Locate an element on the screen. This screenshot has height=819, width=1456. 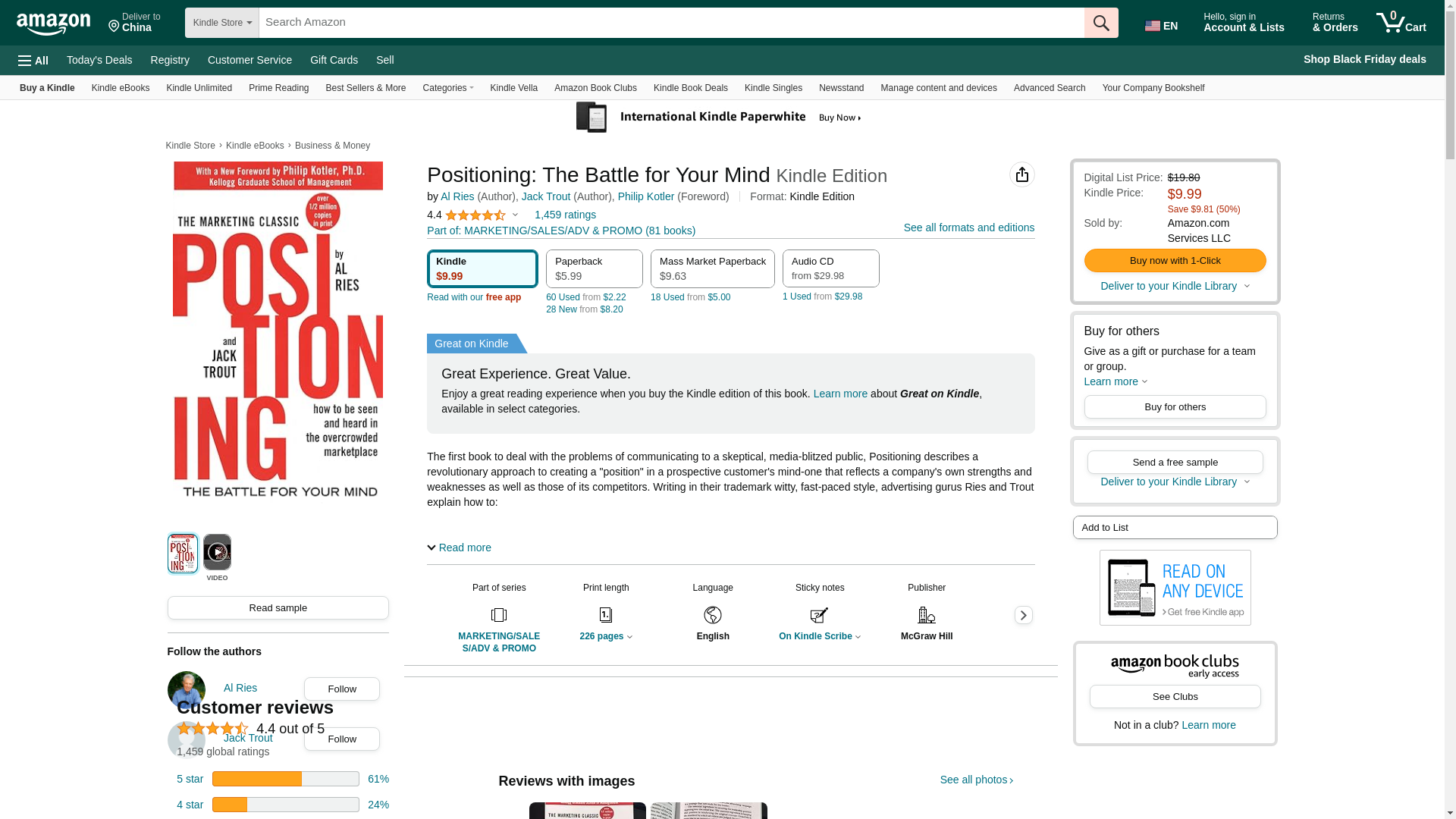
'Best Sellers & More' is located at coordinates (365, 87).